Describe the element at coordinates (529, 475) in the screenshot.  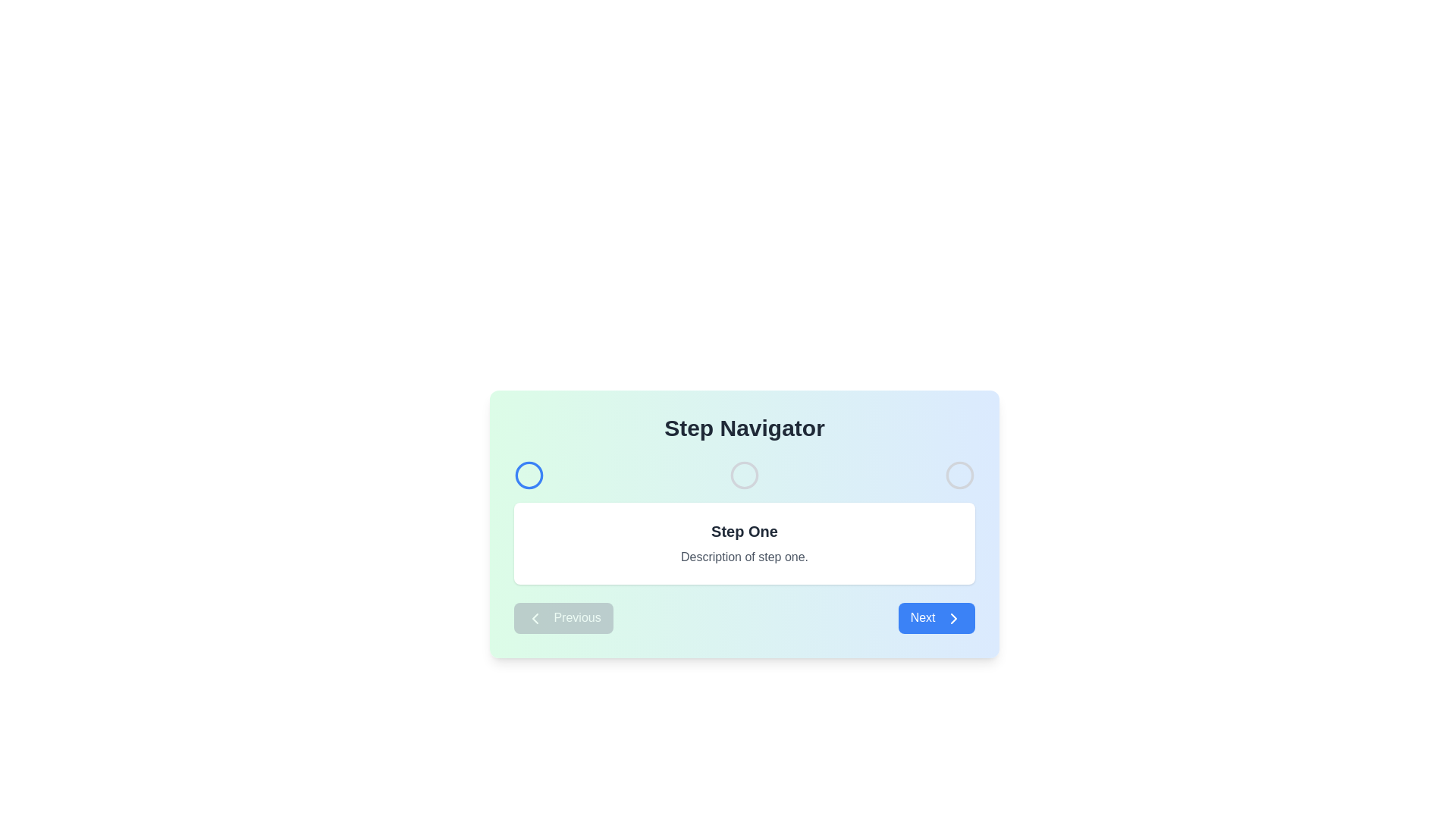
I see `the status of the first circular step indicator with a blue border in the 'Step Navigator' component, positioned on the leftmost side of the step indicators` at that location.